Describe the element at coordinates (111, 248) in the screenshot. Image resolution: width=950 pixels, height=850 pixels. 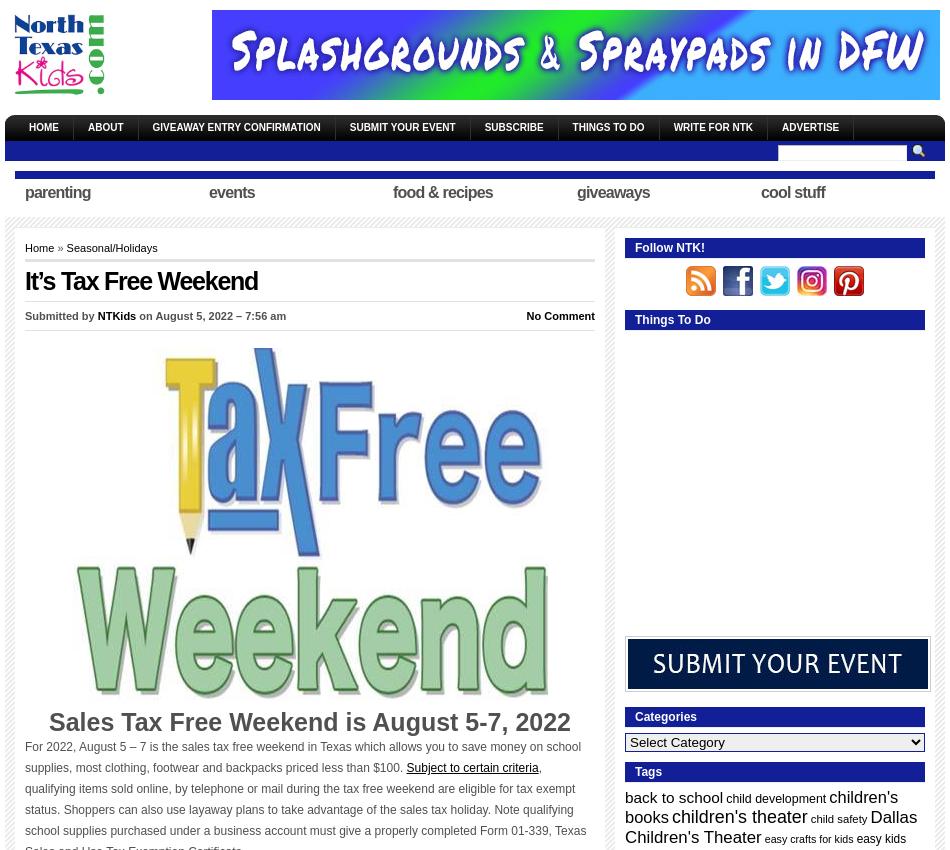
I see `'Seasonal/Holidays'` at that location.